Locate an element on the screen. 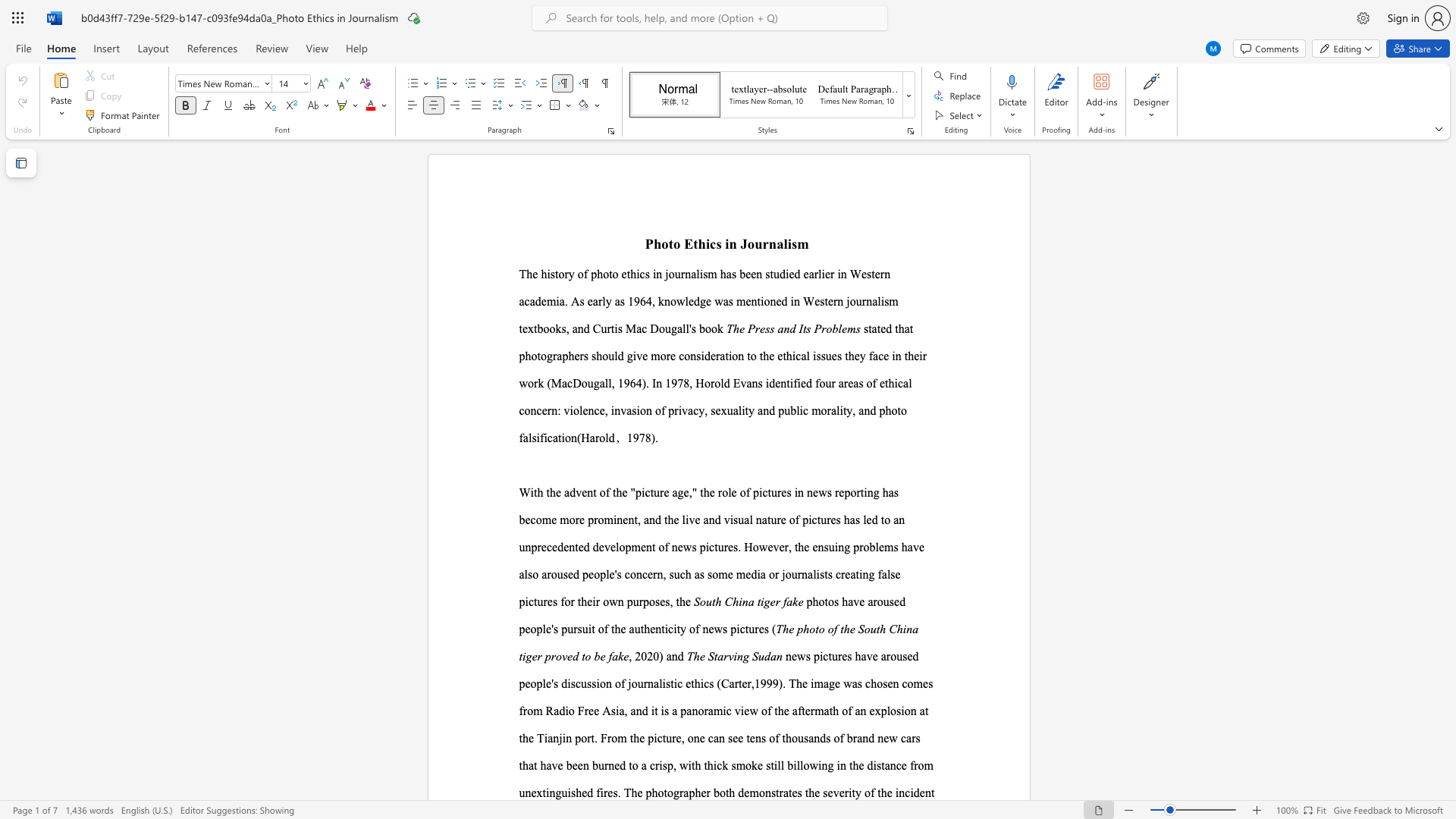 This screenshot has height=819, width=1456. the 1th character "o" in the text is located at coordinates (601, 438).